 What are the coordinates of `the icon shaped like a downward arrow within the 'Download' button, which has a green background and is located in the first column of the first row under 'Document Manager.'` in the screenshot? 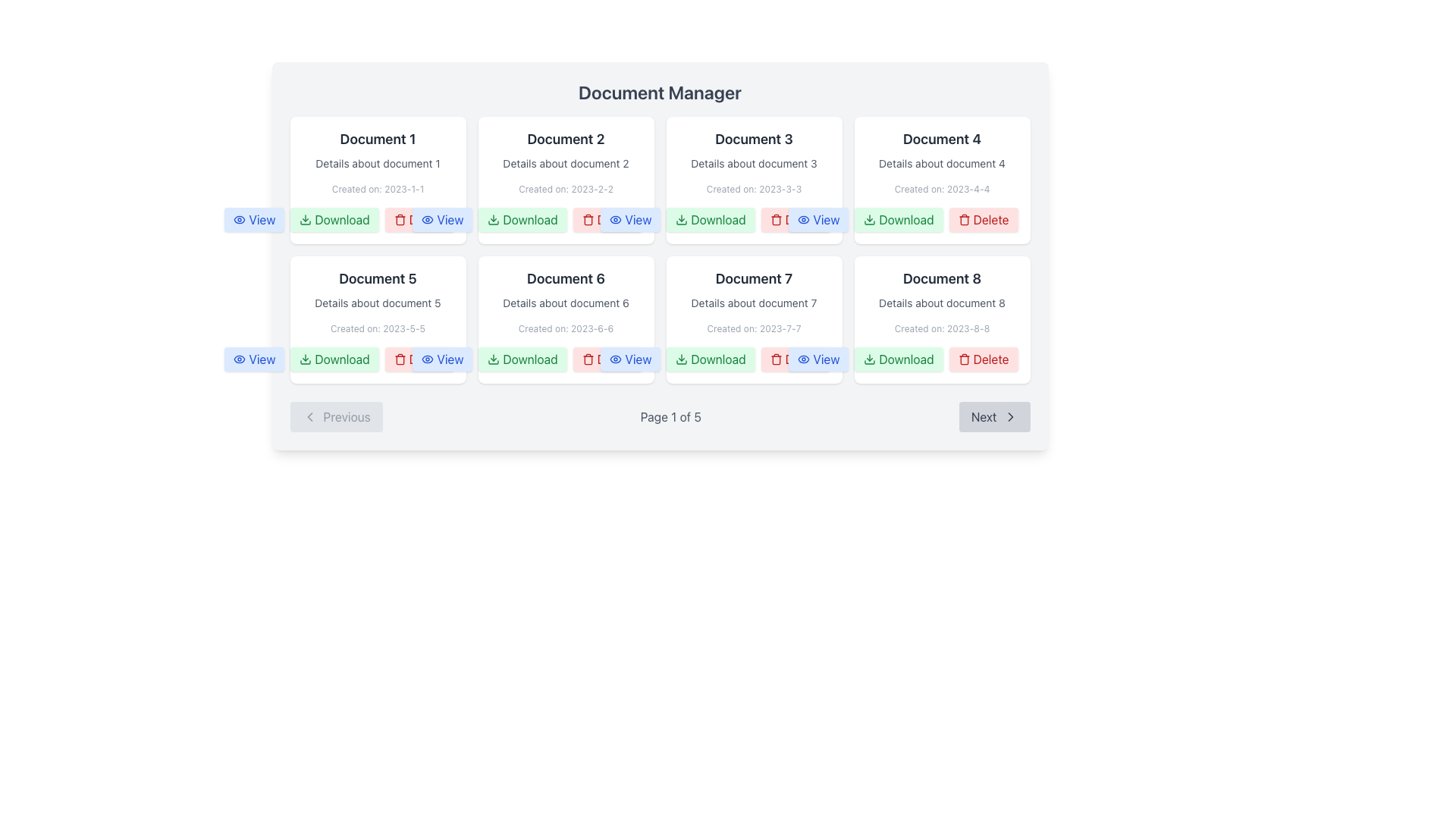 It's located at (305, 219).